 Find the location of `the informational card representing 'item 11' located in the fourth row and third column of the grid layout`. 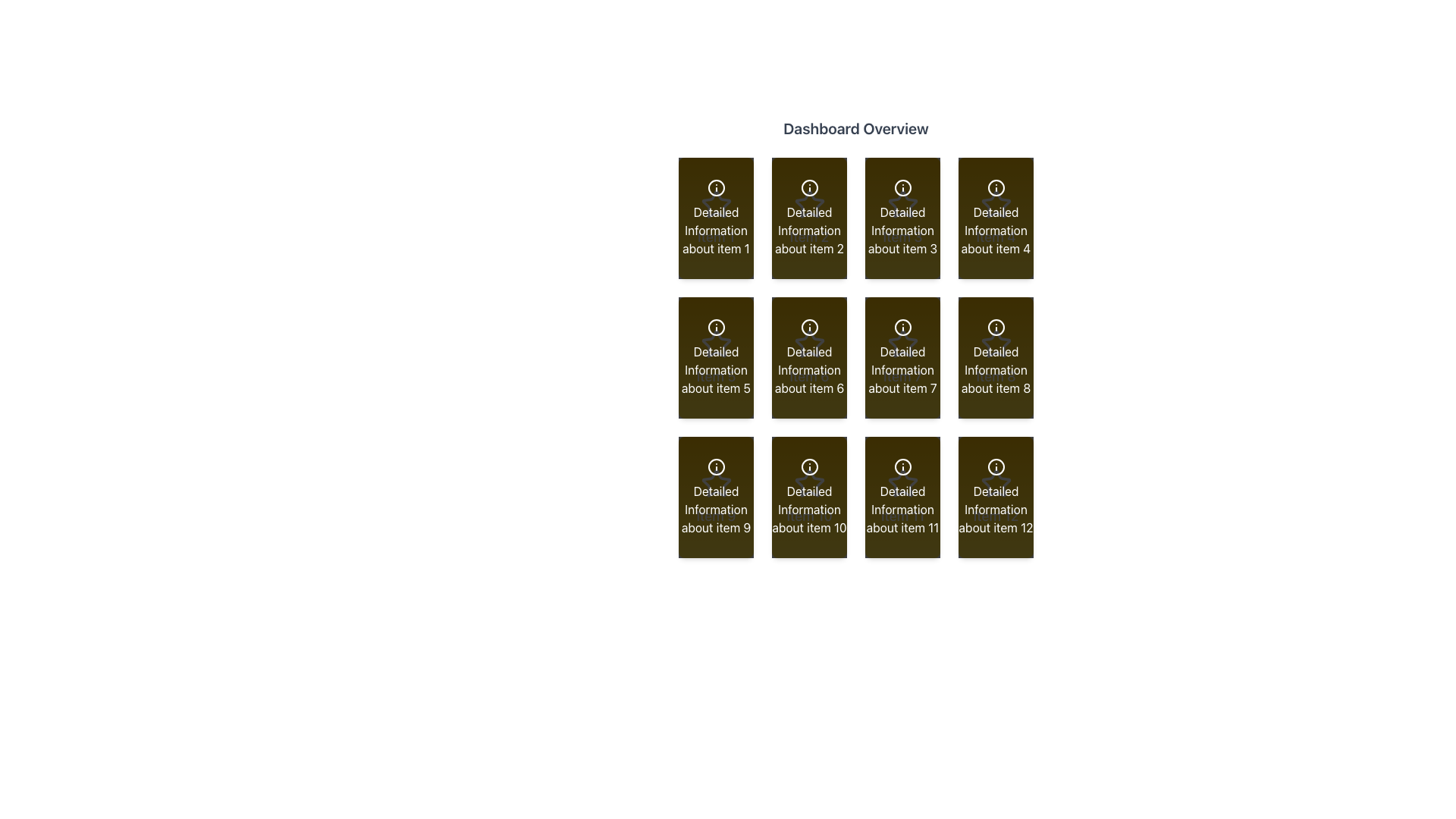

the informational card representing 'item 11' located in the fourth row and third column of the grid layout is located at coordinates (902, 497).